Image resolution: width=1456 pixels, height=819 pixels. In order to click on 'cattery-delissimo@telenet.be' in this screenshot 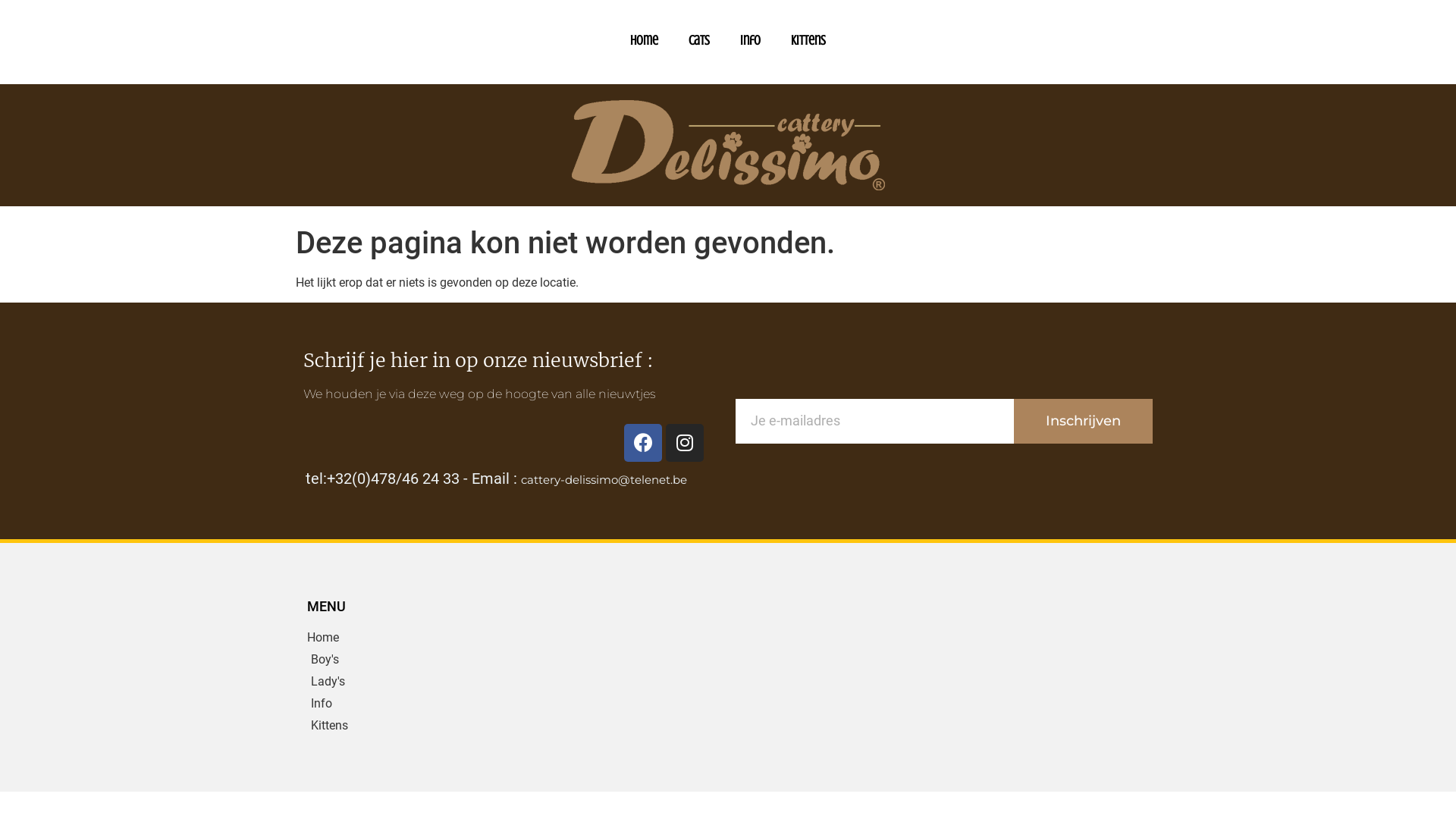, I will do `click(520, 479)`.